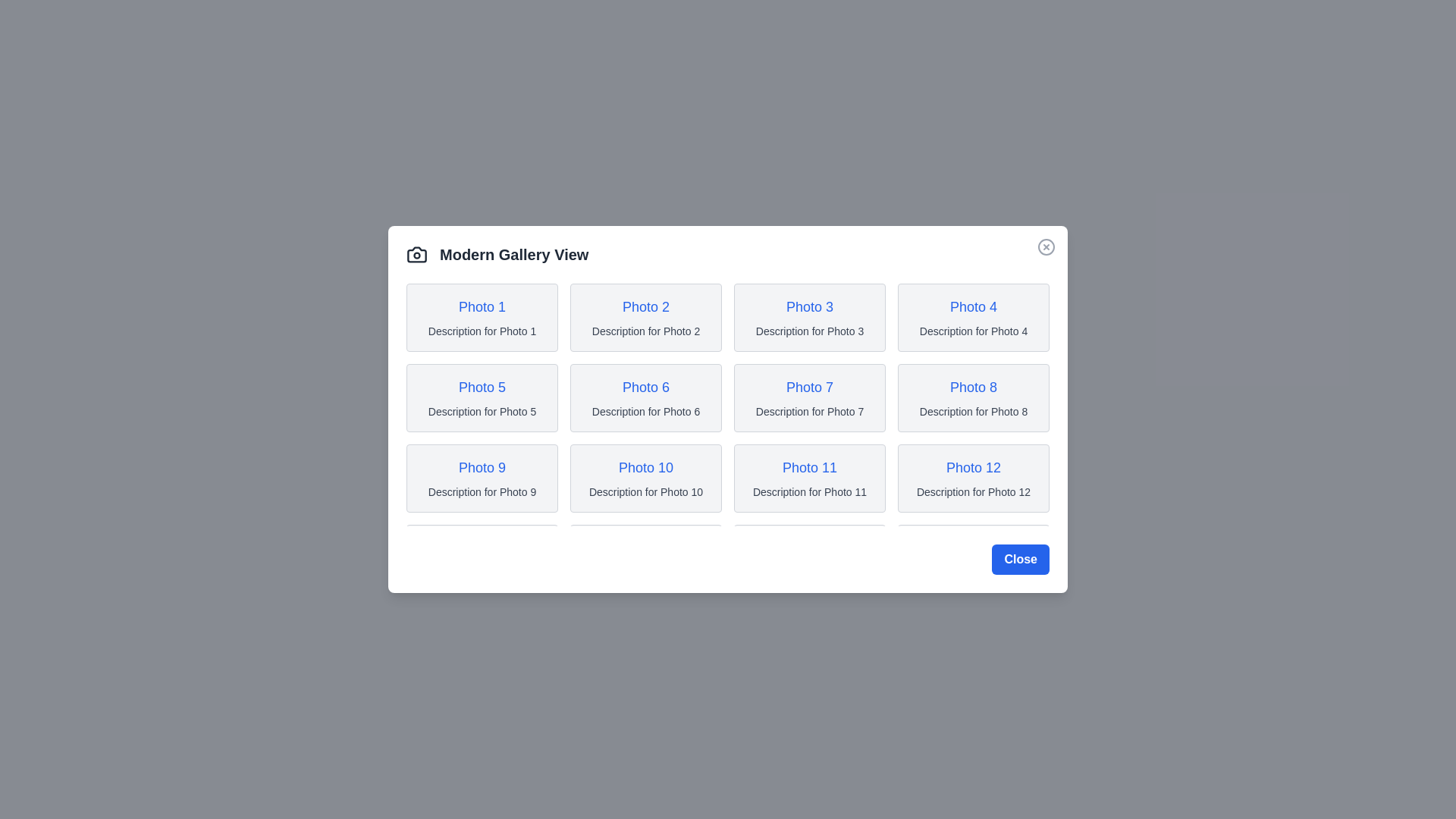  I want to click on the close button in the top-right corner of the dialog, so click(1046, 246).